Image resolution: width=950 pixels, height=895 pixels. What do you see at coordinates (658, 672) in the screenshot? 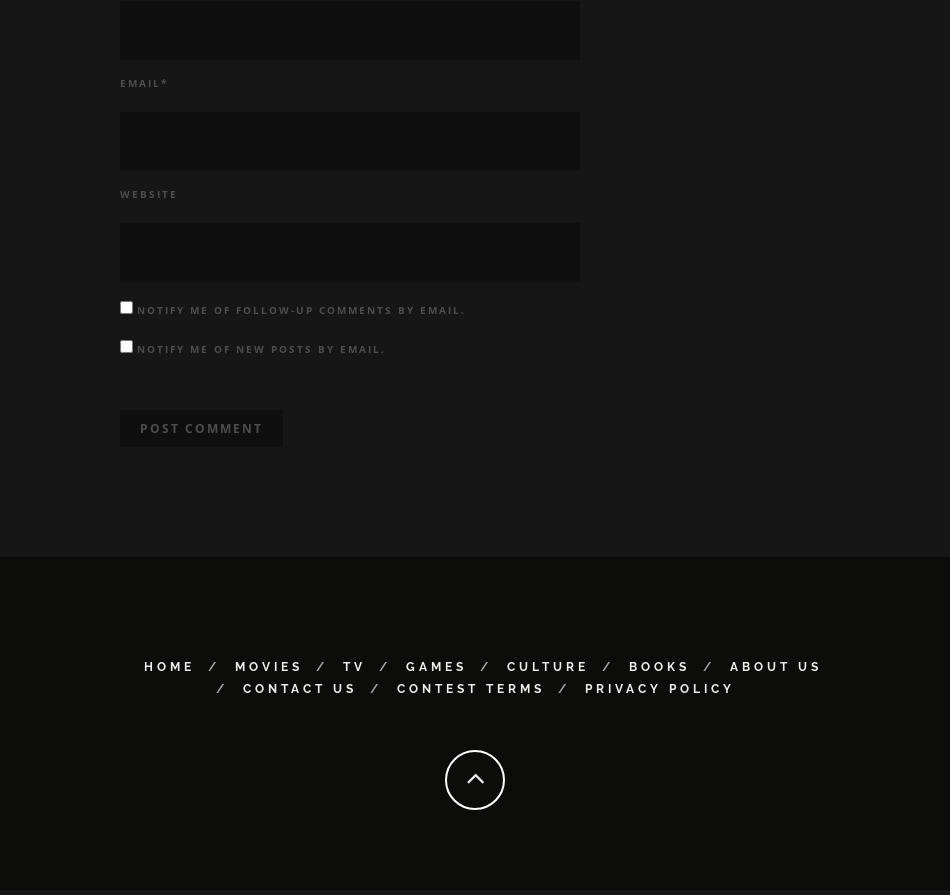
I see `'Books'` at bounding box center [658, 672].